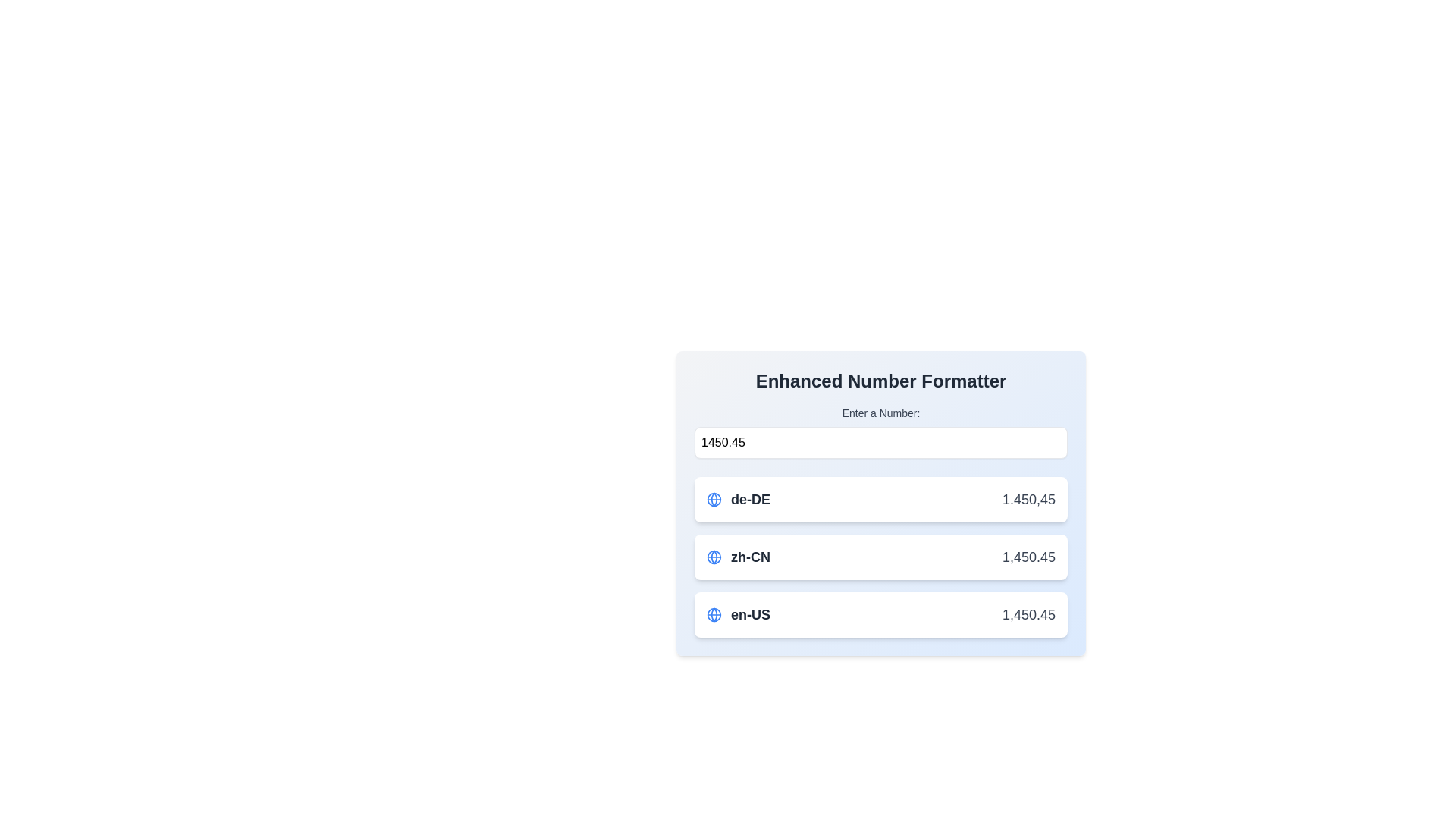 This screenshot has height=819, width=1456. What do you see at coordinates (1028, 614) in the screenshot?
I see `formatted number displayed in the text display located on the right side of the row containing 'en-US' under 'Enhanced Number Formatter'` at bounding box center [1028, 614].